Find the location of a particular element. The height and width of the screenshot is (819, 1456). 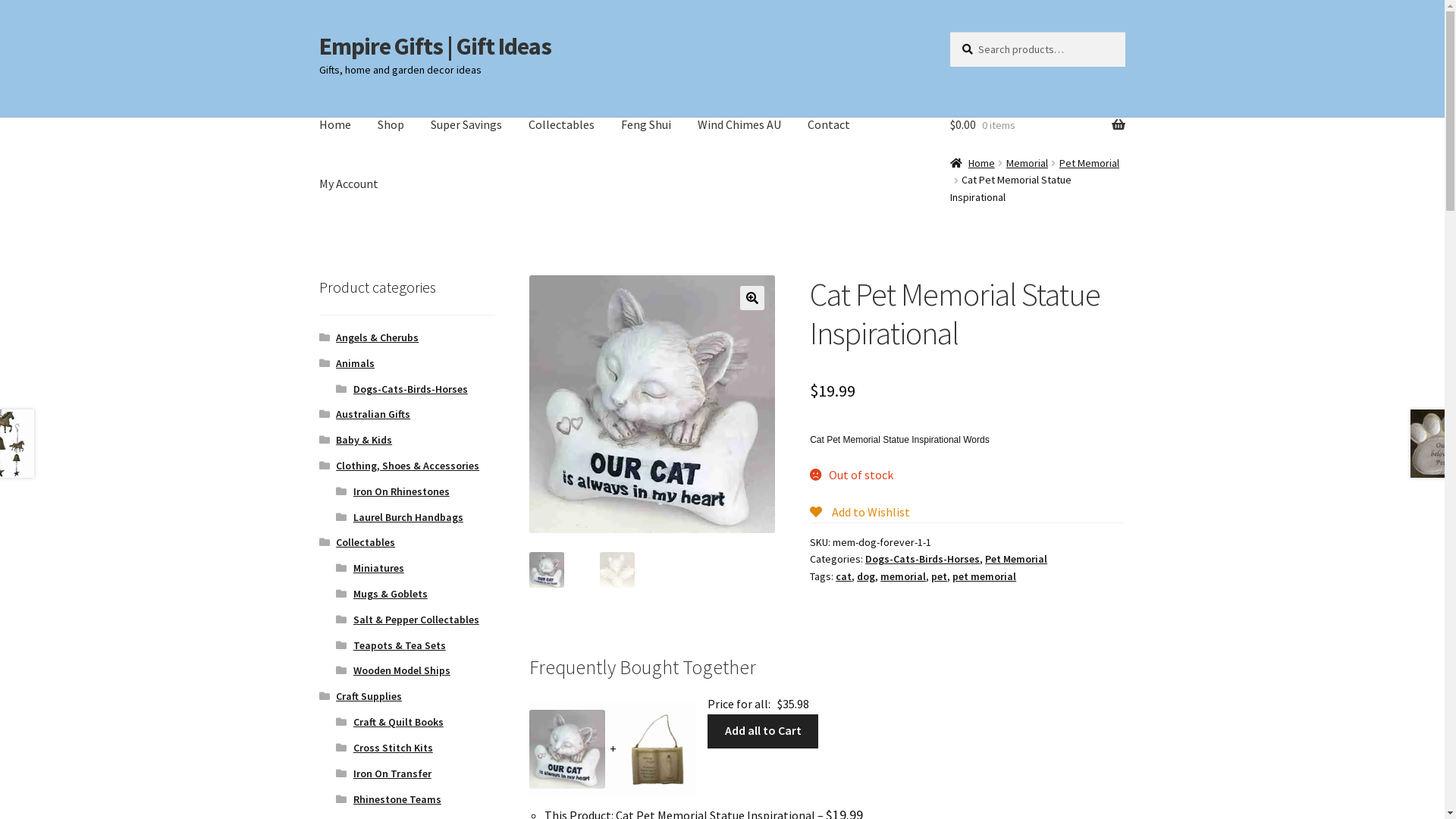

'Skip to navigation' is located at coordinates (318, 31).